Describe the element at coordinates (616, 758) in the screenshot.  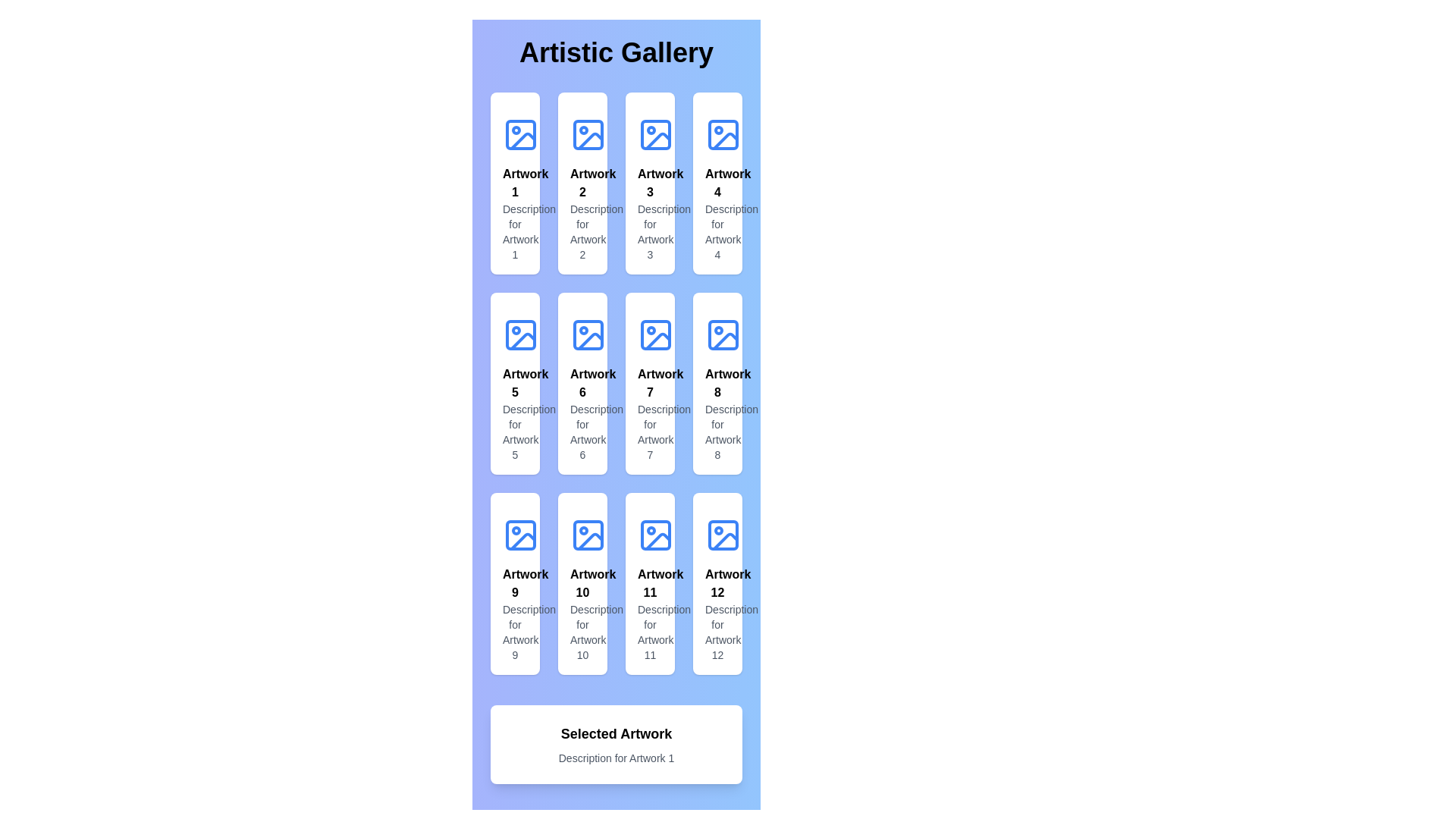
I see `the label providing information about 'Artwork 1', located below the 'Selected Artwork' heading in the bottom panel` at that location.